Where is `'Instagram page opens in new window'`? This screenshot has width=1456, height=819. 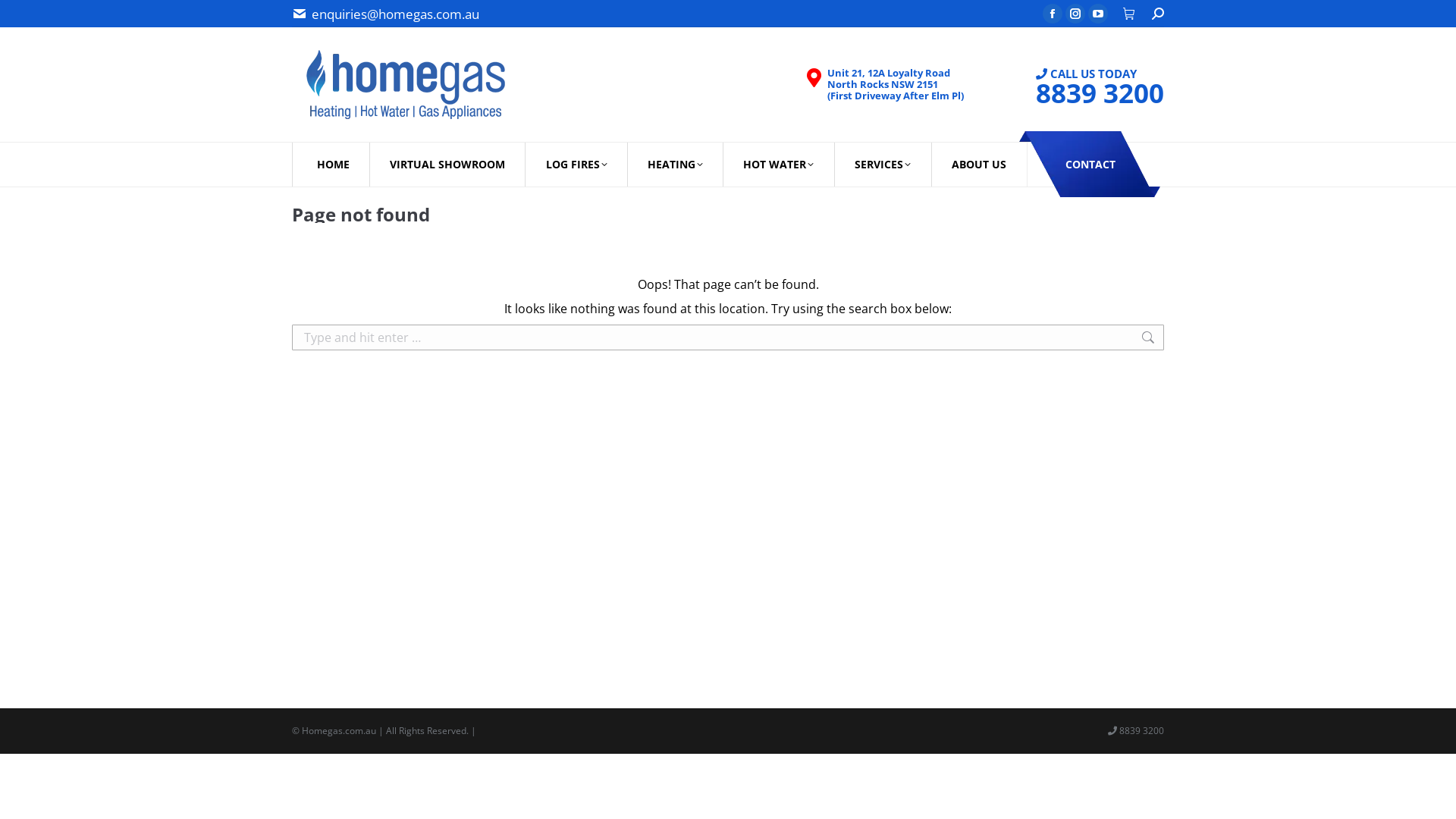 'Instagram page opens in new window' is located at coordinates (1074, 14).